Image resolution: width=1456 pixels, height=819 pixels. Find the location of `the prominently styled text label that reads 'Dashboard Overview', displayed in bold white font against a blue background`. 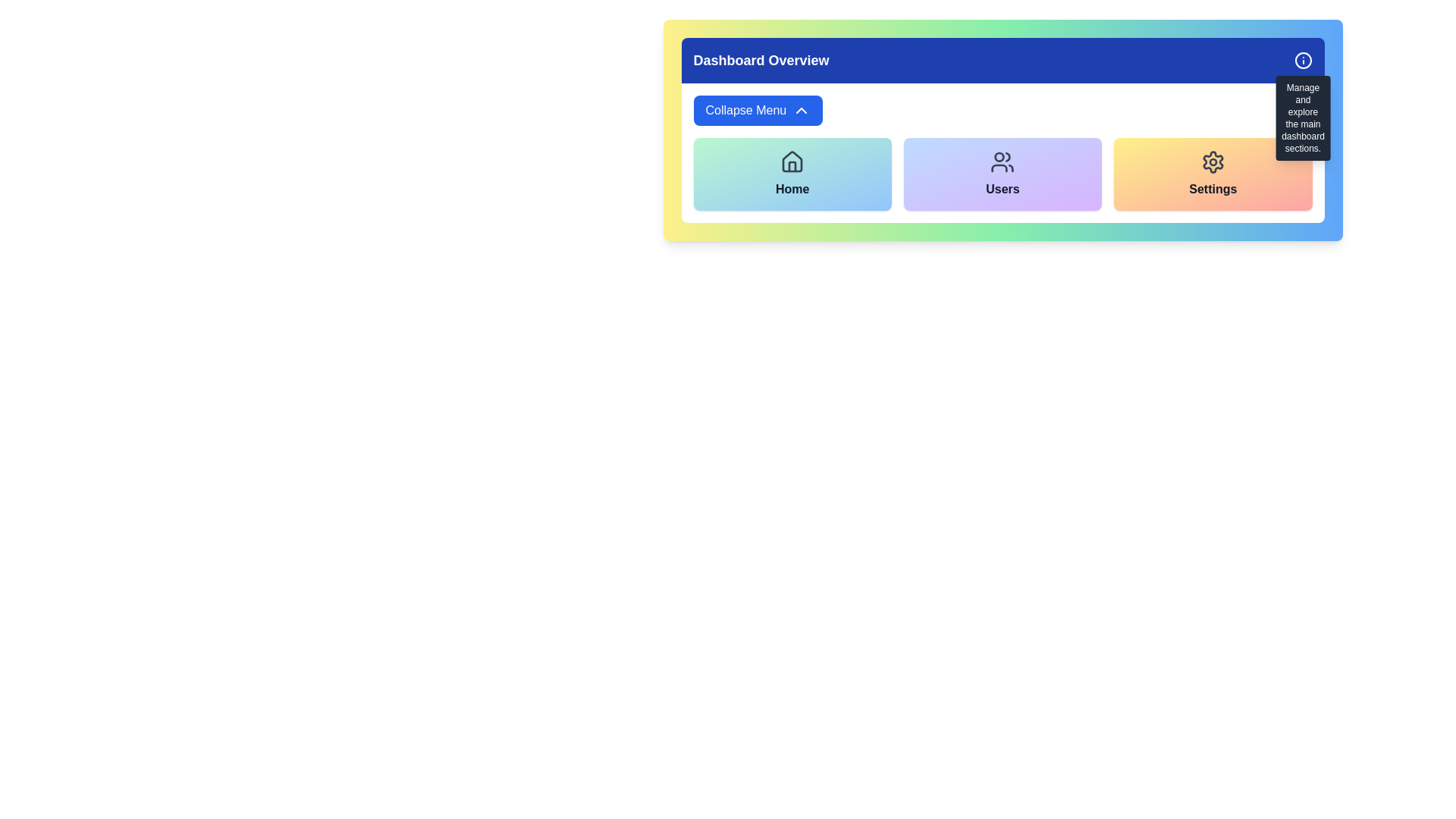

the prominently styled text label that reads 'Dashboard Overview', displayed in bold white font against a blue background is located at coordinates (761, 60).